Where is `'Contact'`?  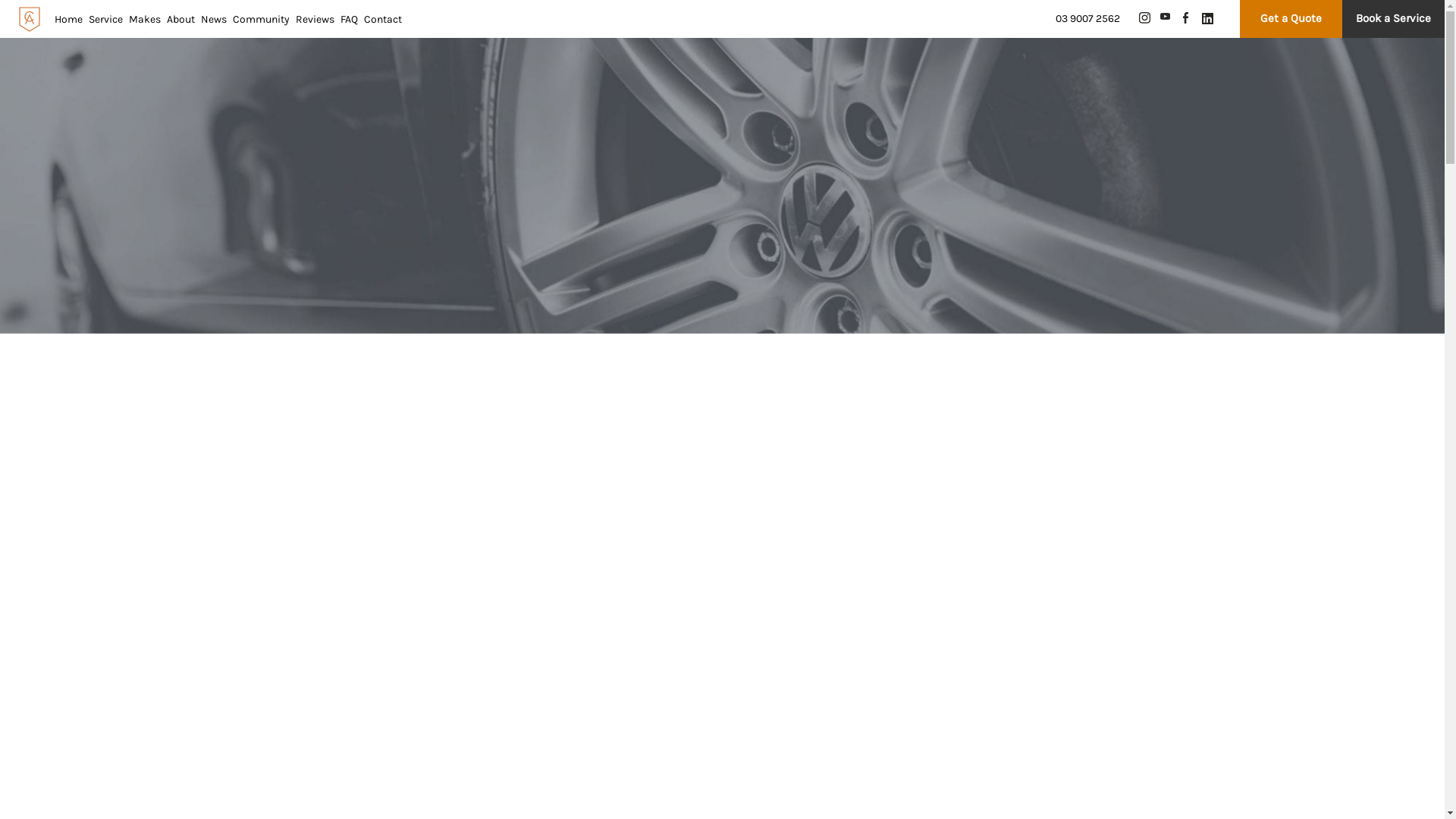 'Contact' is located at coordinates (364, 19).